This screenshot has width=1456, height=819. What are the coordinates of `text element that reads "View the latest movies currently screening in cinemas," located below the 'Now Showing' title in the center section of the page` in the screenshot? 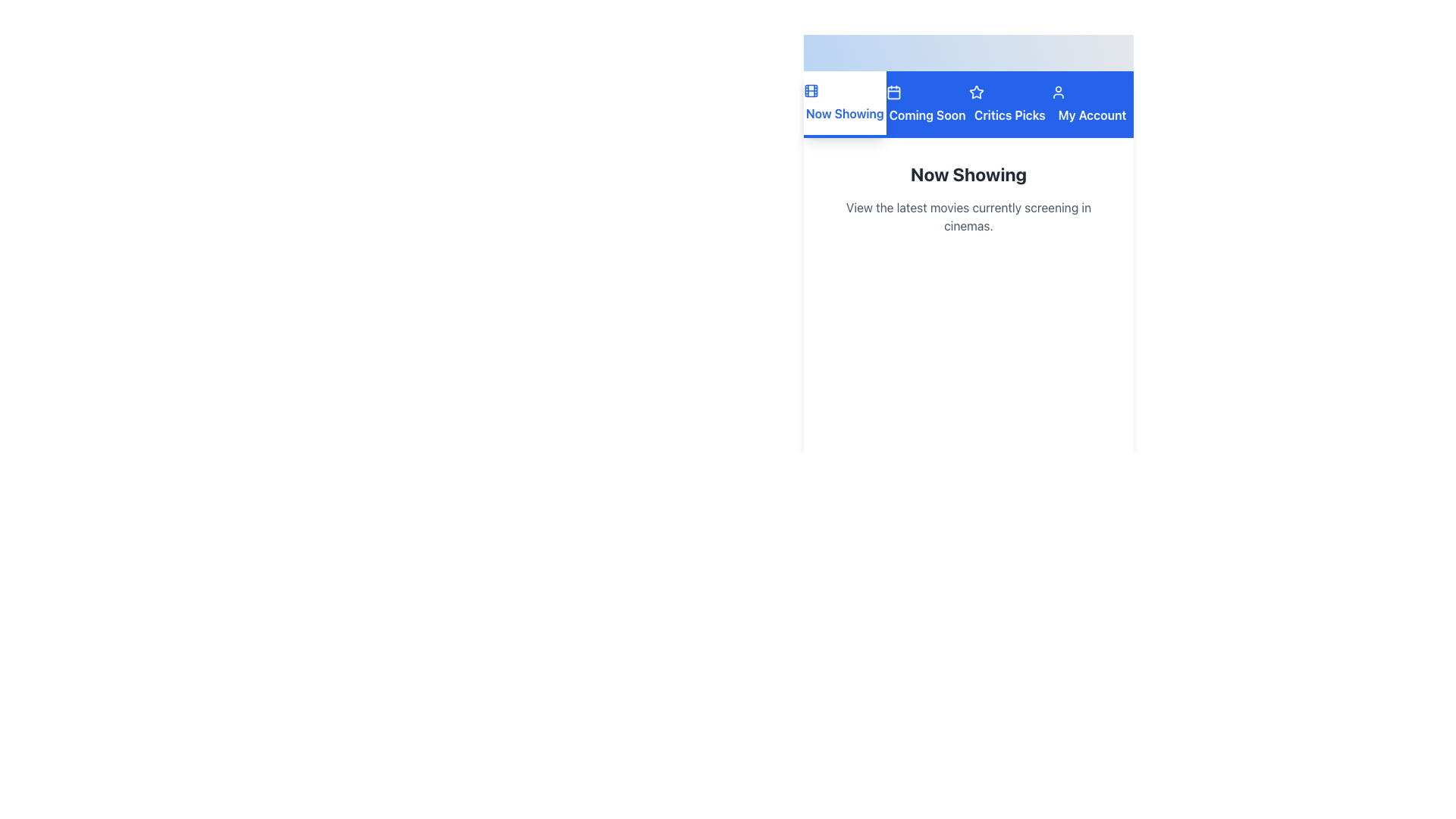 It's located at (968, 216).